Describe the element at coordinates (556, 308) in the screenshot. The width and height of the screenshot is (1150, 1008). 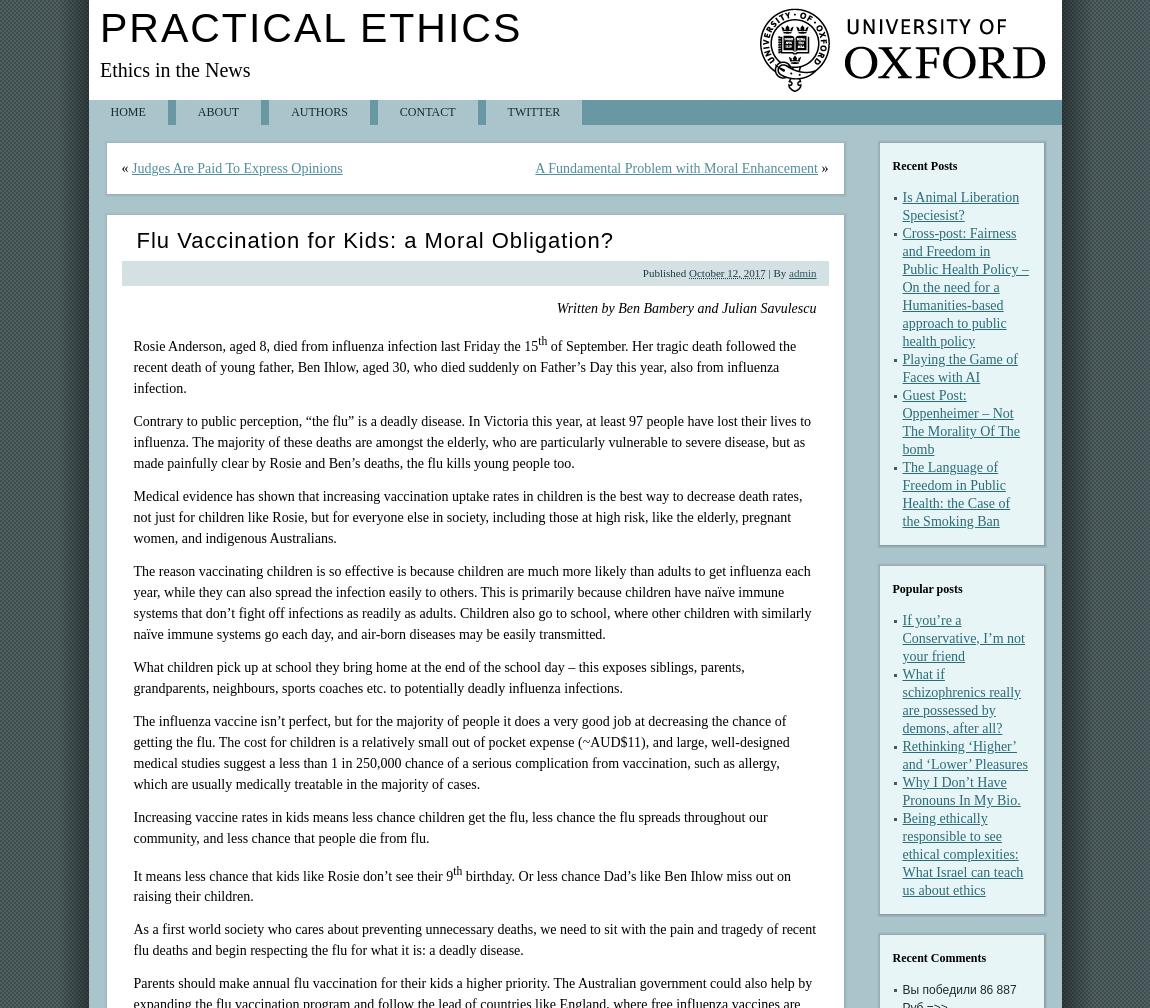
I see `'Written by Ben Bambery and Julian Savulescu'` at that location.